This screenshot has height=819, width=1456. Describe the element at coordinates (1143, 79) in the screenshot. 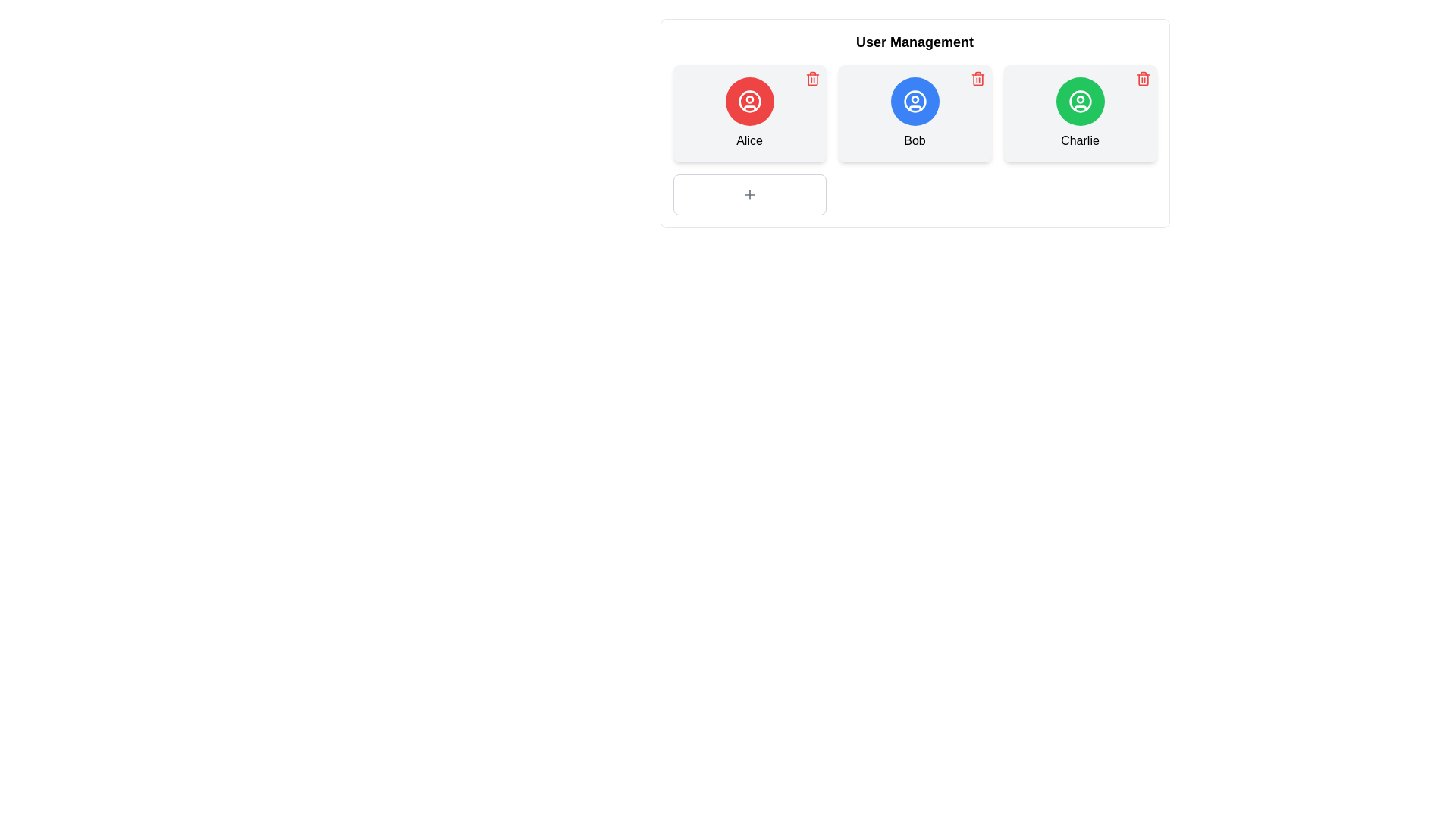

I see `the small red trashcan icon button located in the top-right corner of Charlie's information card, above and to the right of the user's avatar` at that location.